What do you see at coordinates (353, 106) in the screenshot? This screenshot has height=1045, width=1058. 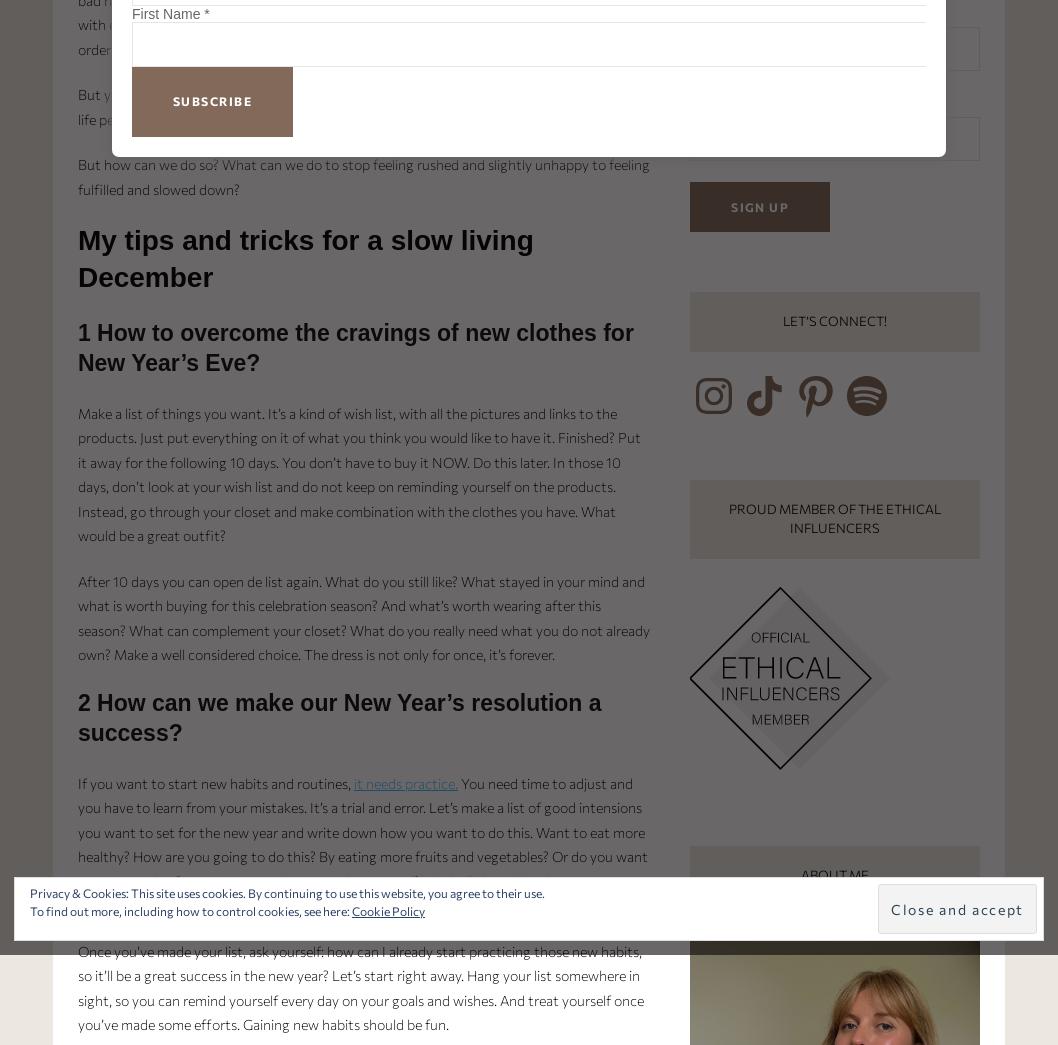 I see `', the clothes you own are enough. Stuff doesn’t make life perfect. How we feel makes it perfect, so let’s start enjoying, instead of craving.'` at bounding box center [353, 106].